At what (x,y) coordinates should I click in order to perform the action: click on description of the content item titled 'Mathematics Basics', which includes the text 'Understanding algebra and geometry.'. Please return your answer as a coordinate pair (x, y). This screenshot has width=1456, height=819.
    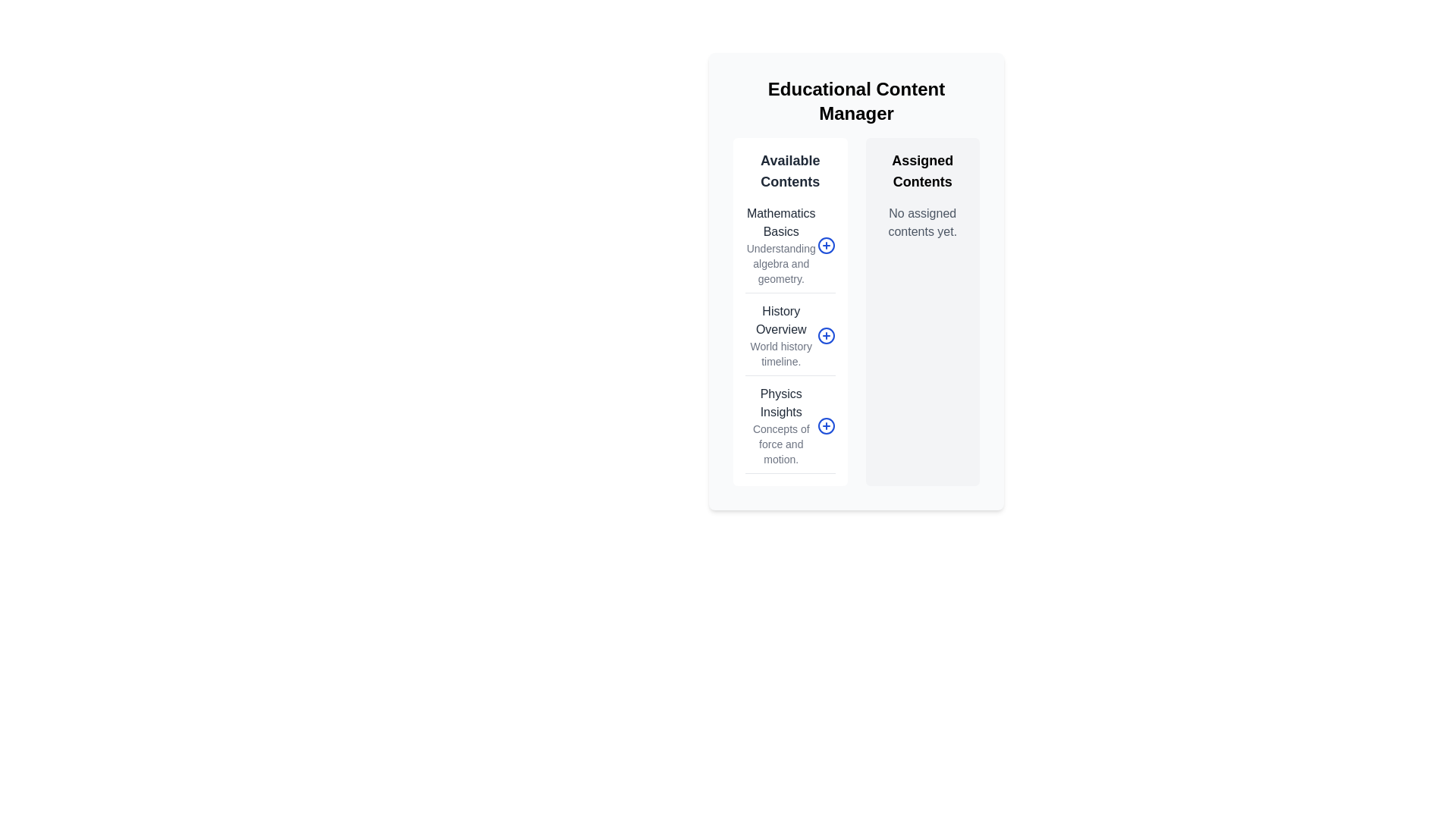
    Looking at the image, I should click on (789, 248).